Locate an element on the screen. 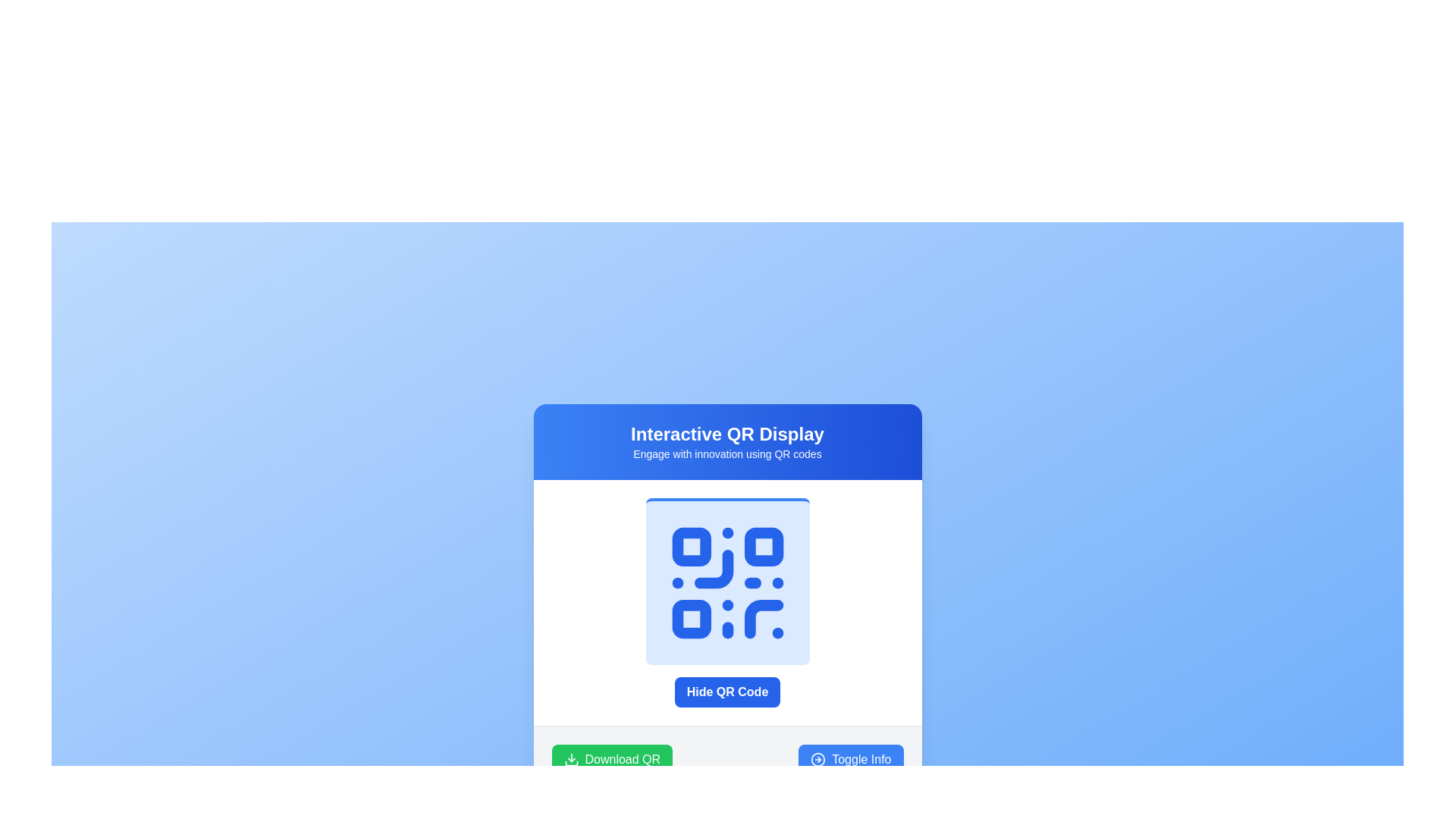 This screenshot has width=1456, height=819. the Header section located at the top of the card-like structure, which provides context for the interactive QR code display is located at coordinates (726, 441).